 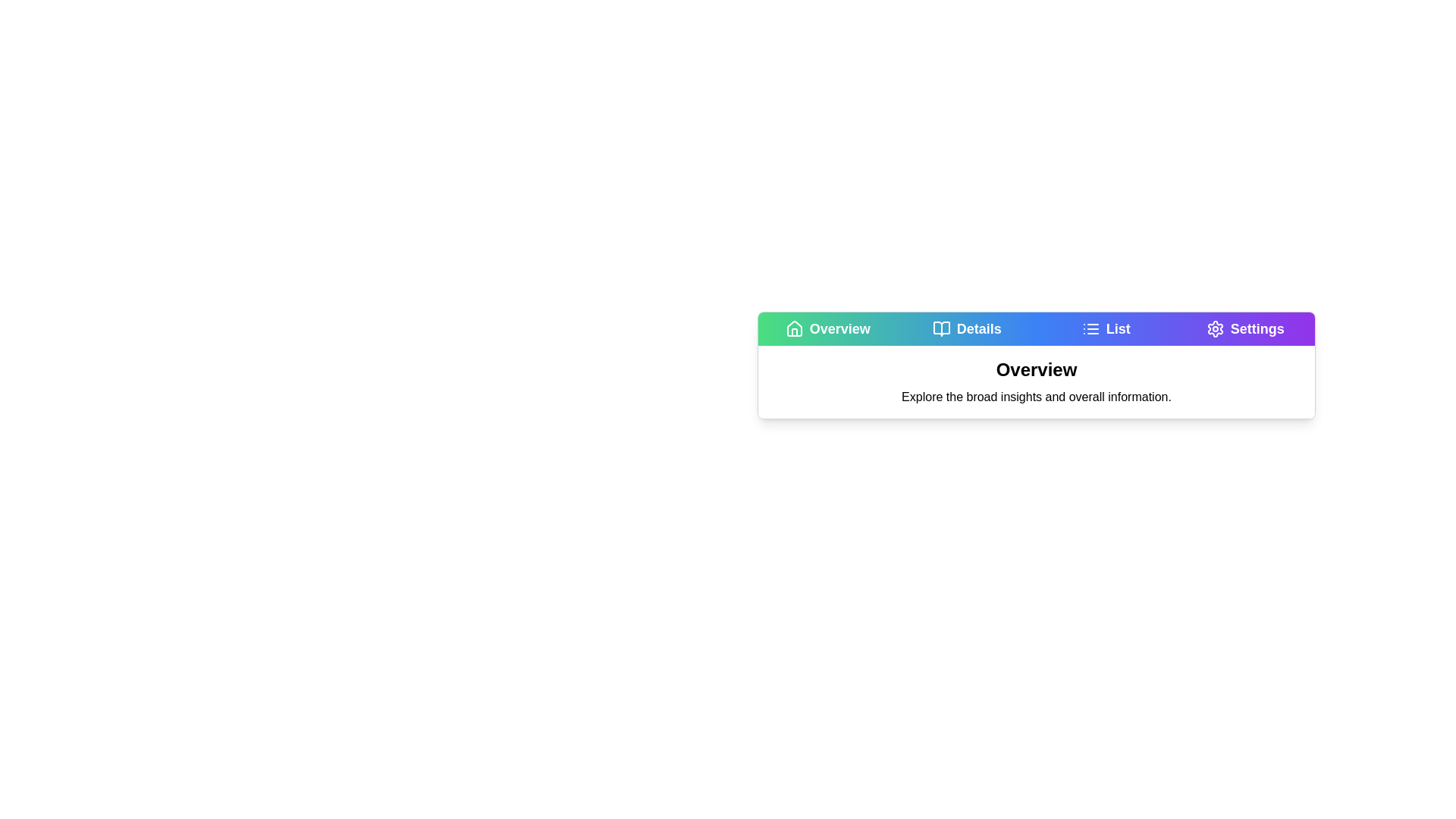 I want to click on the 'Details' navigation button located in the horizontal navigation bar, which is the second button from the left, so click(x=966, y=328).